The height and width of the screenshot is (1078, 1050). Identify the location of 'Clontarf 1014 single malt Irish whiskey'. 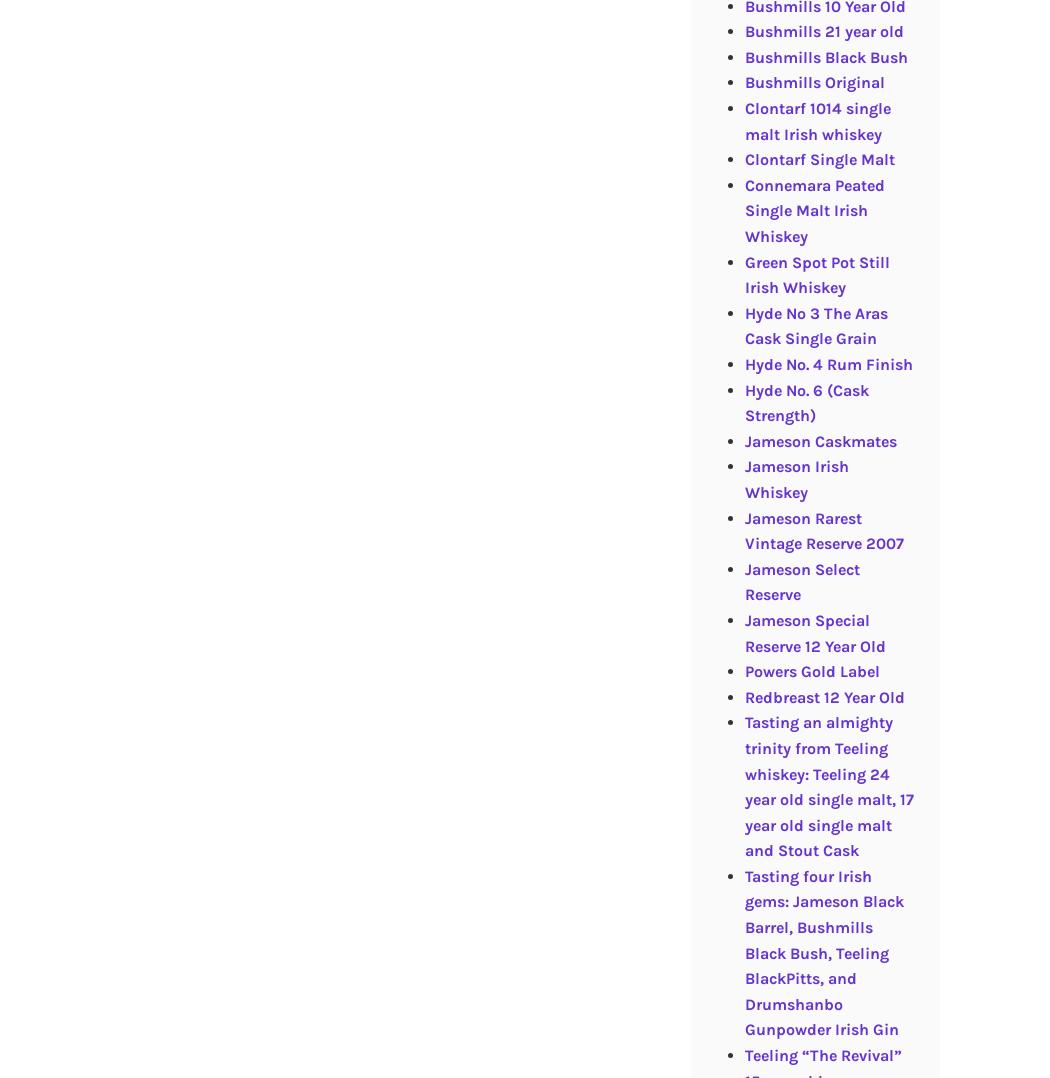
(816, 120).